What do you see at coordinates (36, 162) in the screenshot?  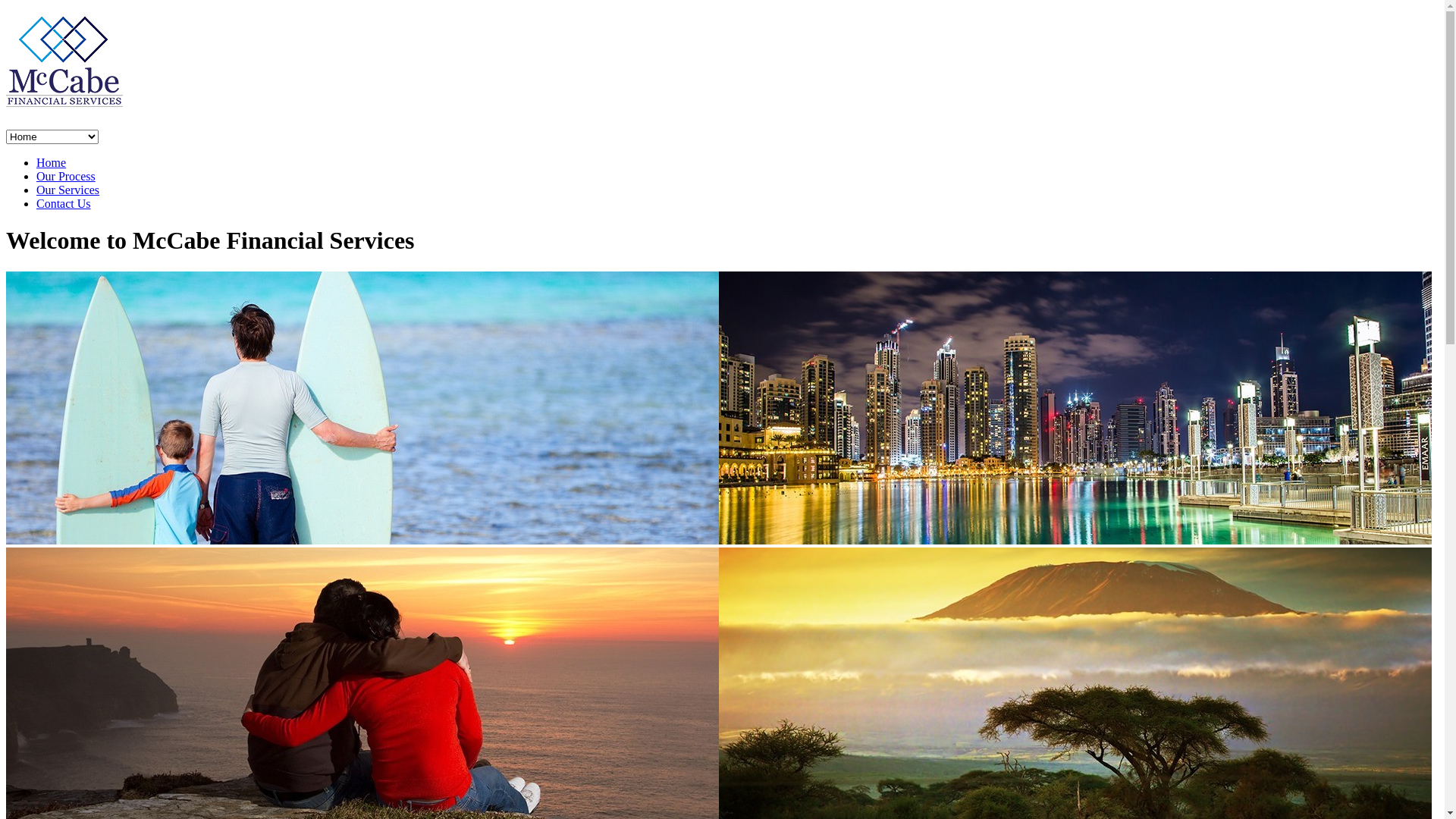 I see `'Home'` at bounding box center [36, 162].